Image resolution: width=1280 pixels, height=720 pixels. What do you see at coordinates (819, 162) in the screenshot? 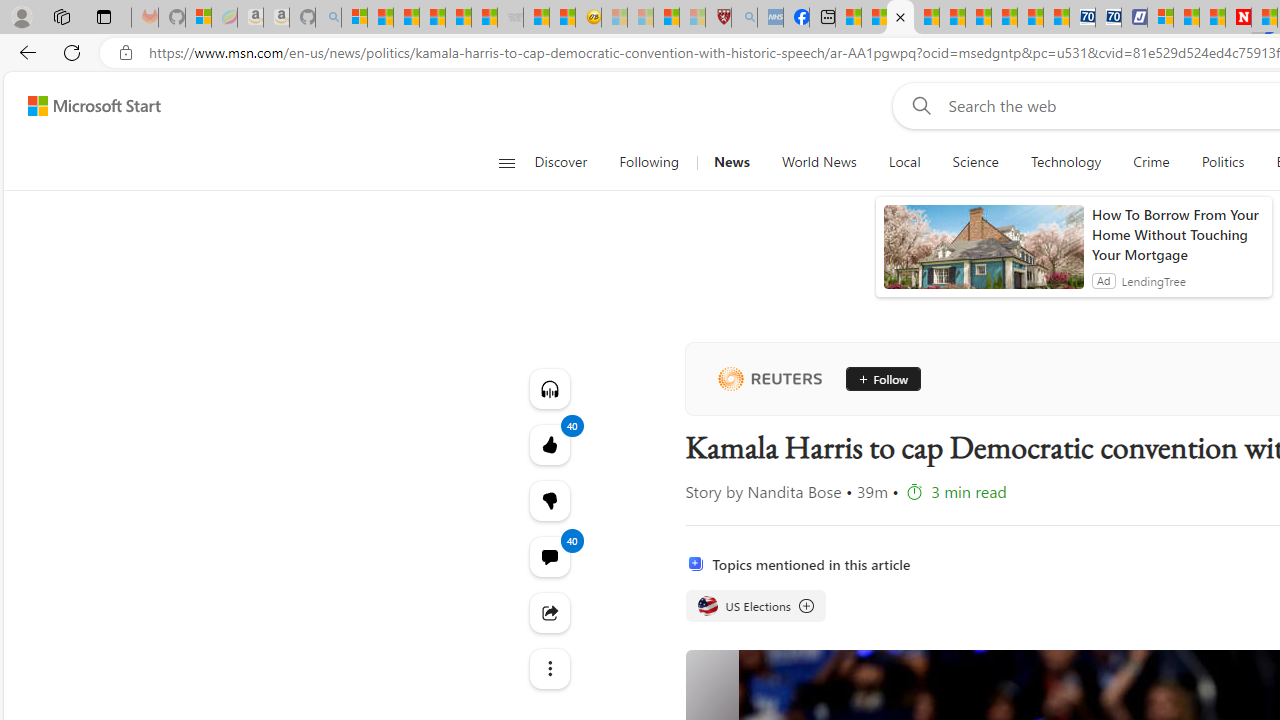
I see `'World News'` at bounding box center [819, 162].